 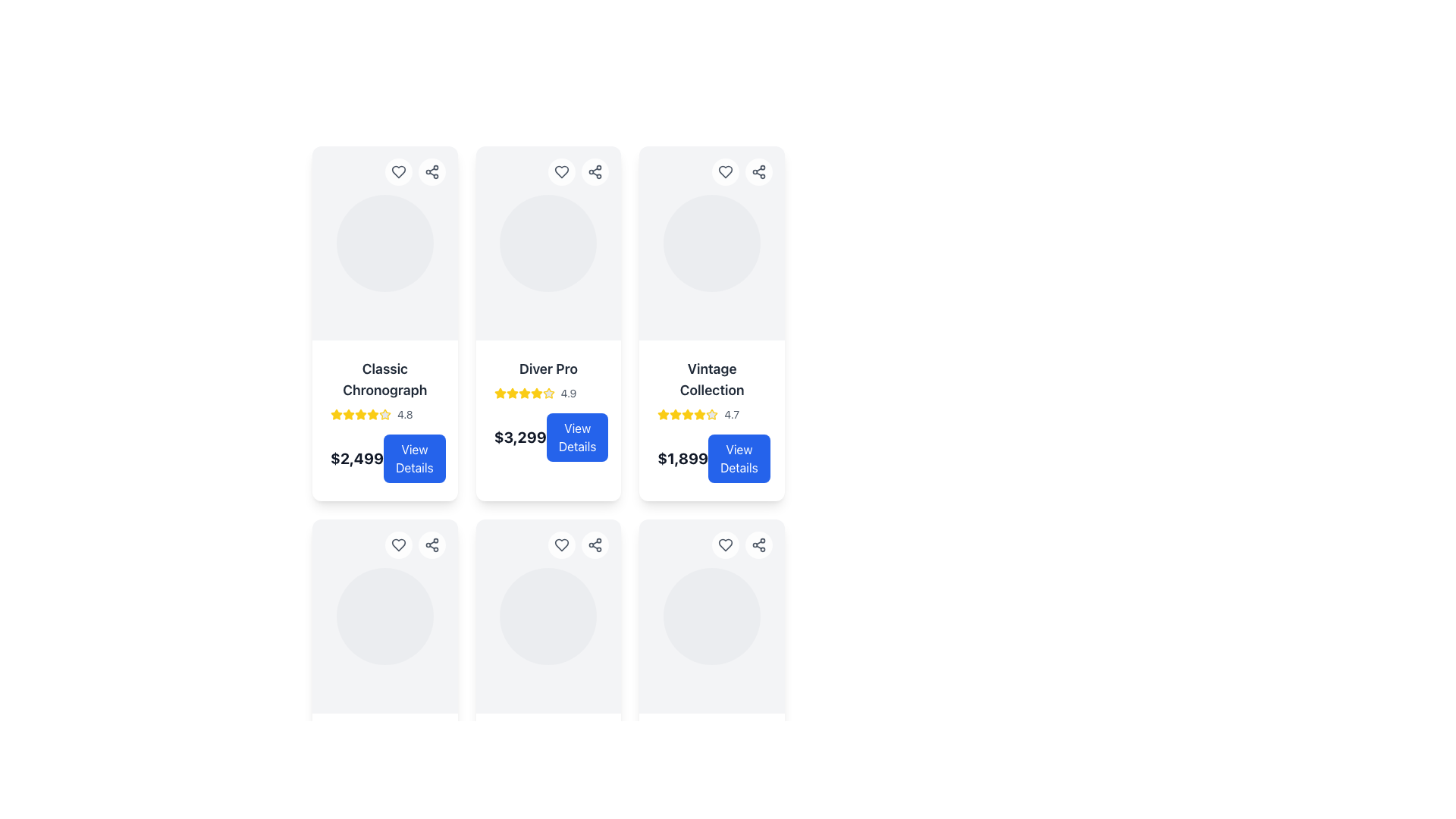 What do you see at coordinates (384, 379) in the screenshot?
I see `text from the Text label displaying the product title, which is positioned at the top-center of the product information card, above the rating stars and price` at bounding box center [384, 379].